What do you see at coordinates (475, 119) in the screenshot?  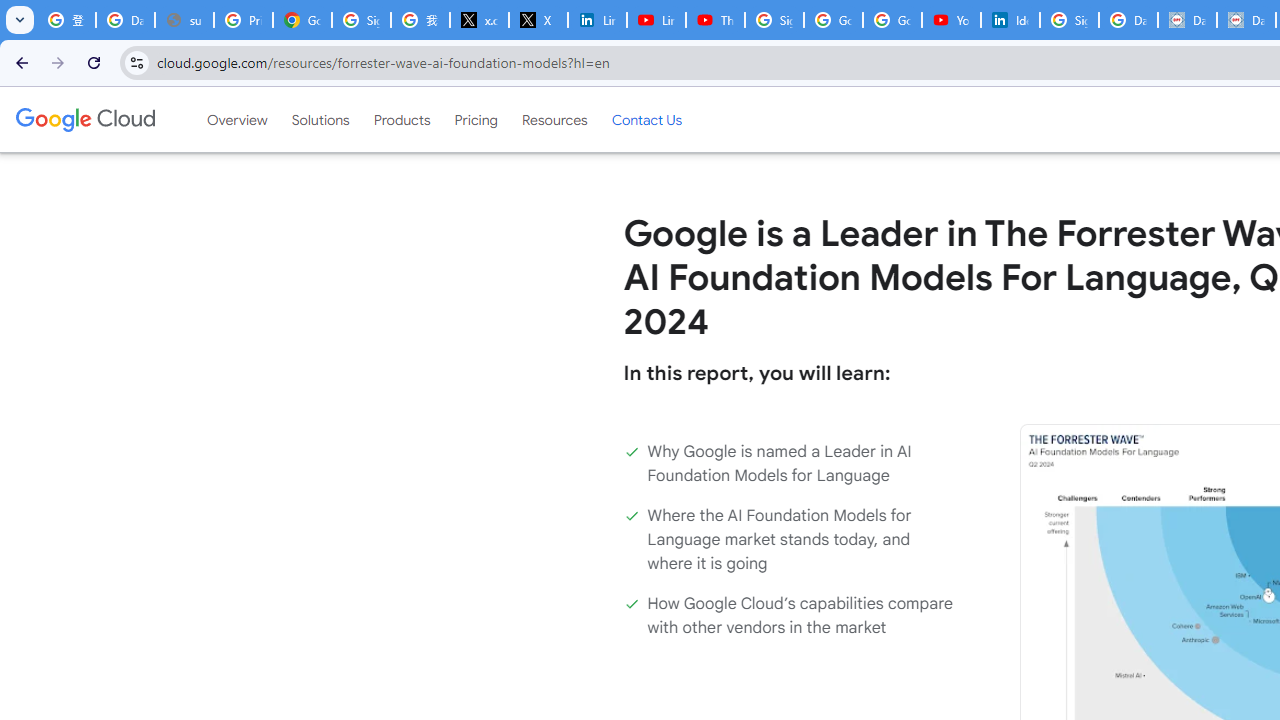 I see `'Pricing'` at bounding box center [475, 119].